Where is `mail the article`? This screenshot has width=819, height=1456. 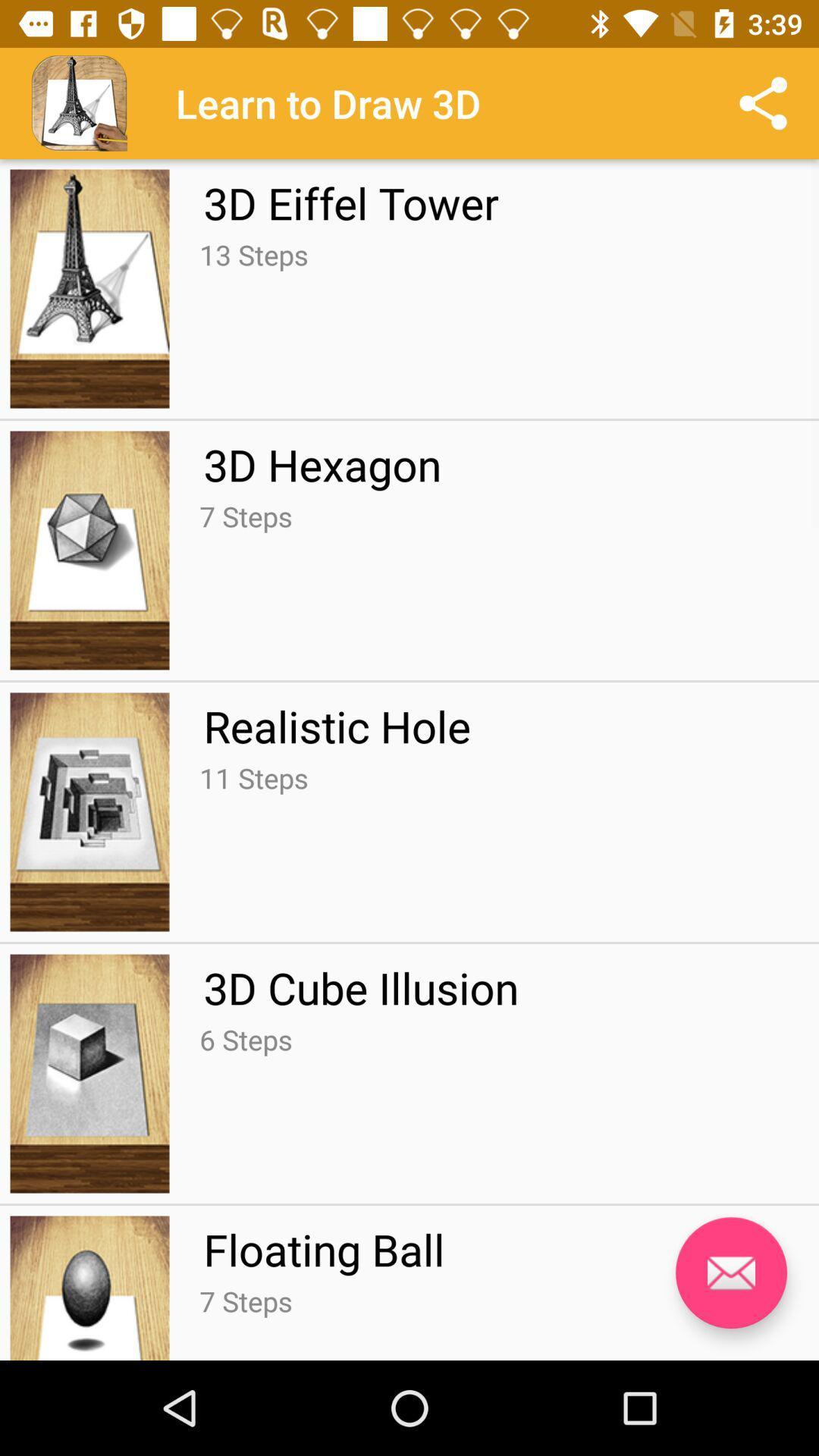 mail the article is located at coordinates (730, 1272).